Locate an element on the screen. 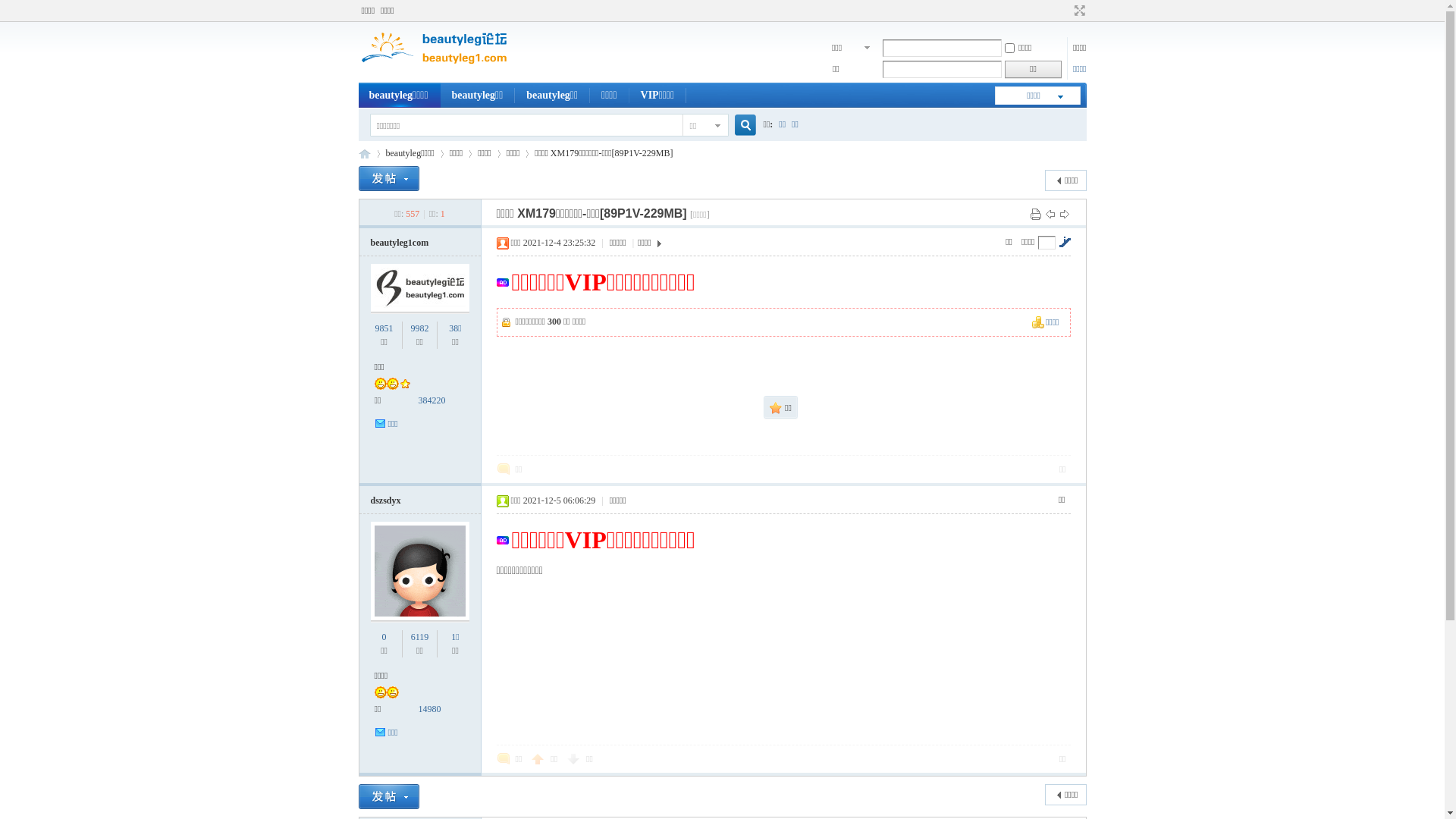 The width and height of the screenshot is (1456, 819). 'true' is located at coordinates (739, 124).